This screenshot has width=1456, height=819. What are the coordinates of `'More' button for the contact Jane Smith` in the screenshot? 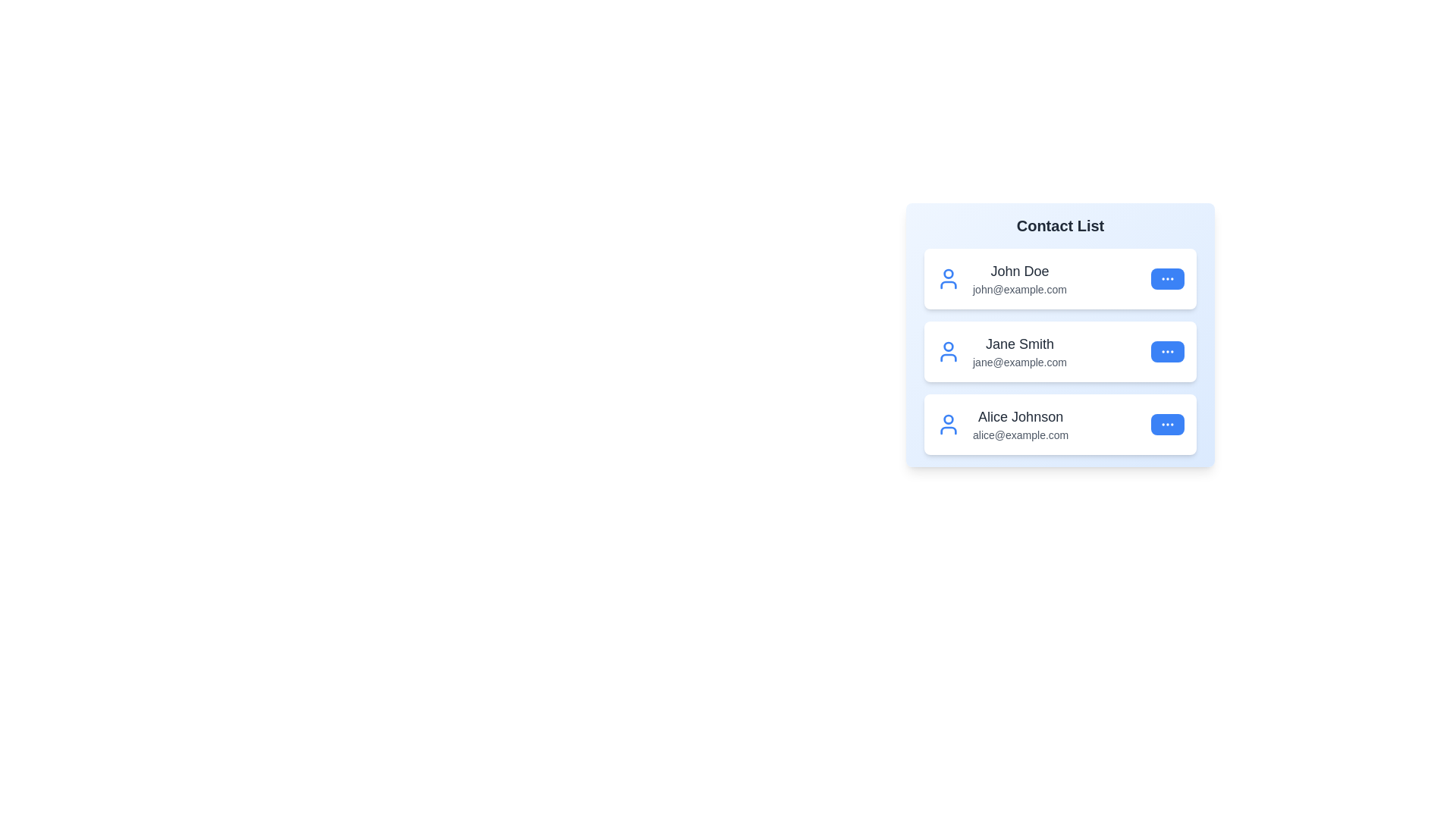 It's located at (1167, 351).